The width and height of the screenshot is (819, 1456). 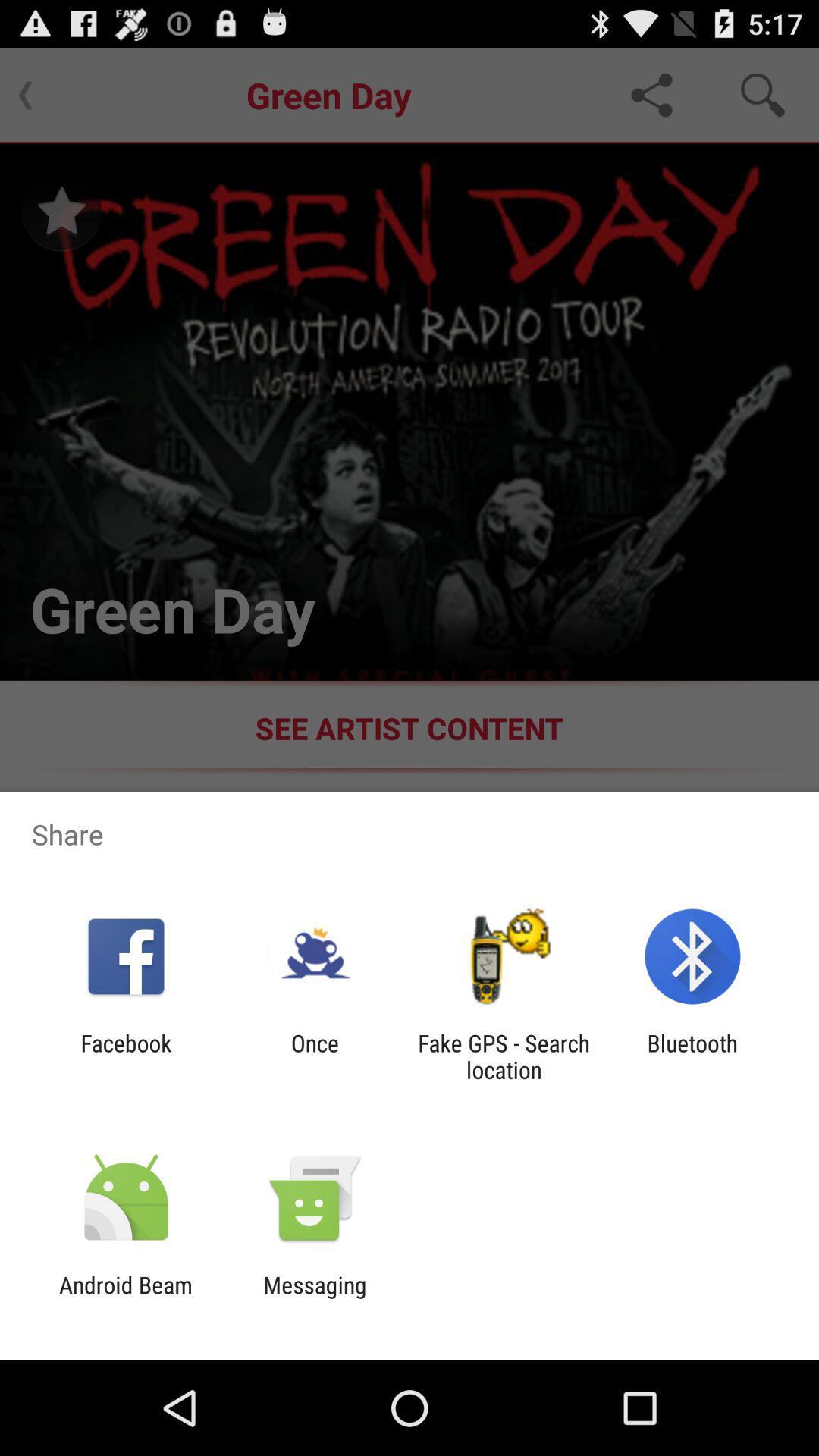 I want to click on messaging app, so click(x=314, y=1298).